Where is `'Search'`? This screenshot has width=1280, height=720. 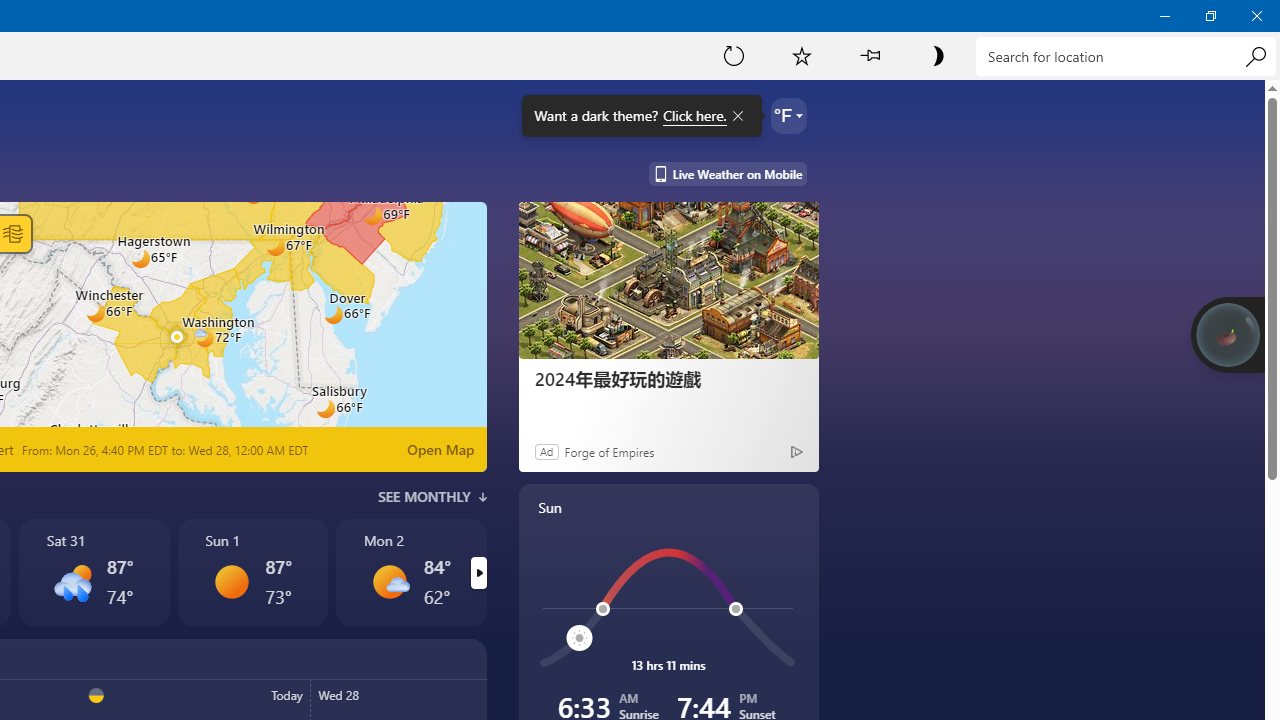
'Search' is located at coordinates (1254, 55).